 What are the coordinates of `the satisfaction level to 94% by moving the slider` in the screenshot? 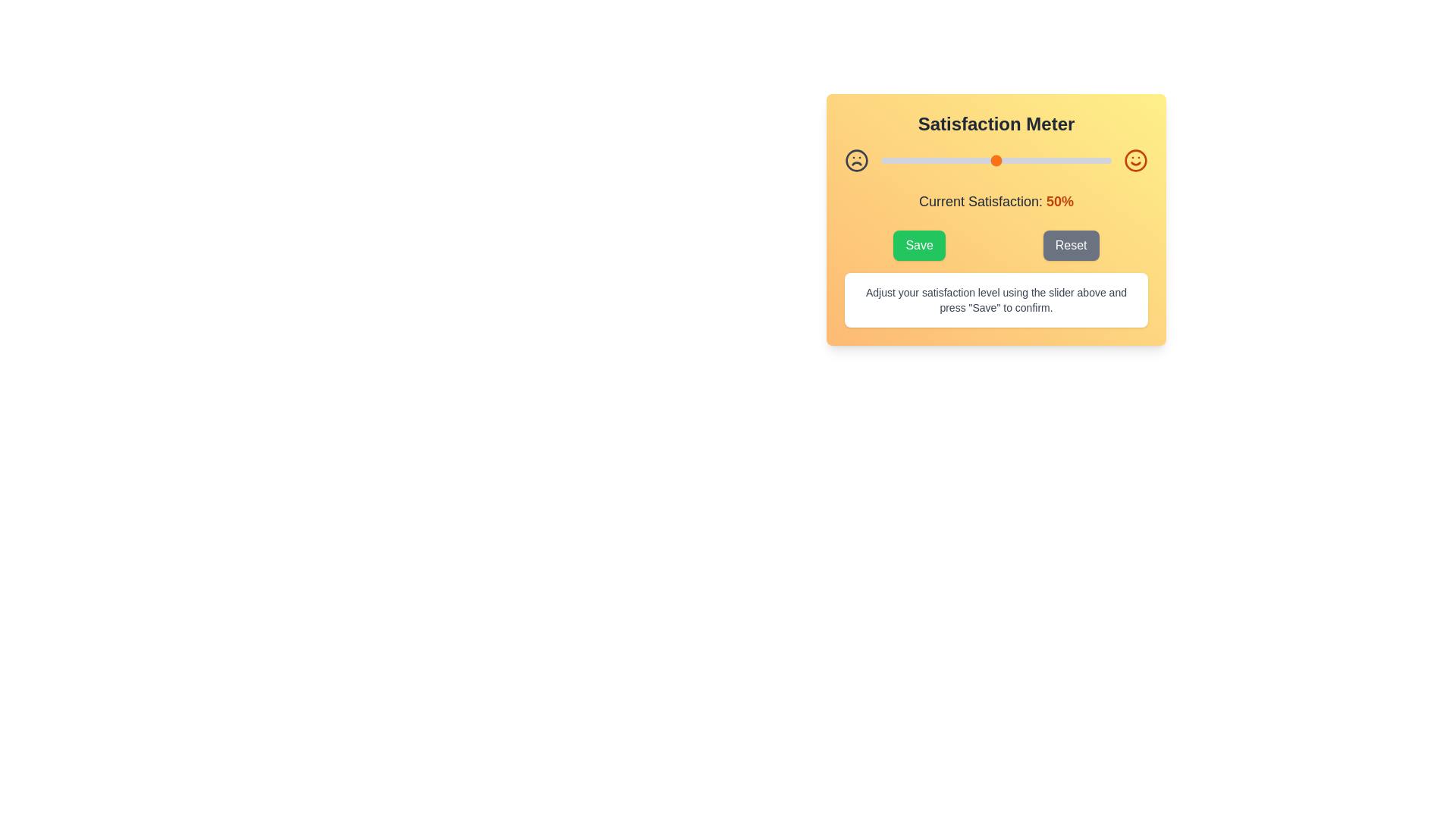 It's located at (1097, 161).